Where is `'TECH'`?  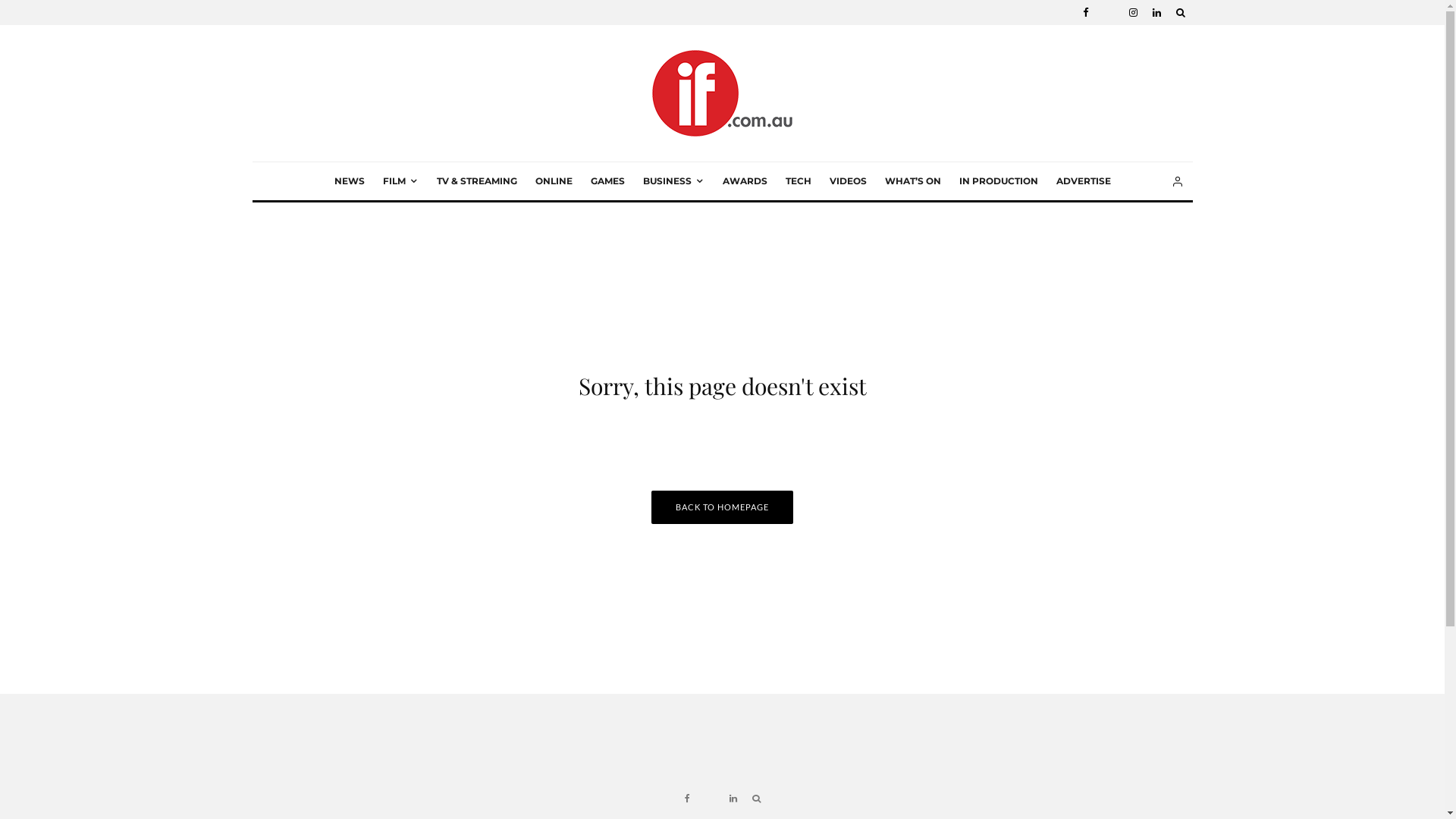 'TECH' is located at coordinates (776, 180).